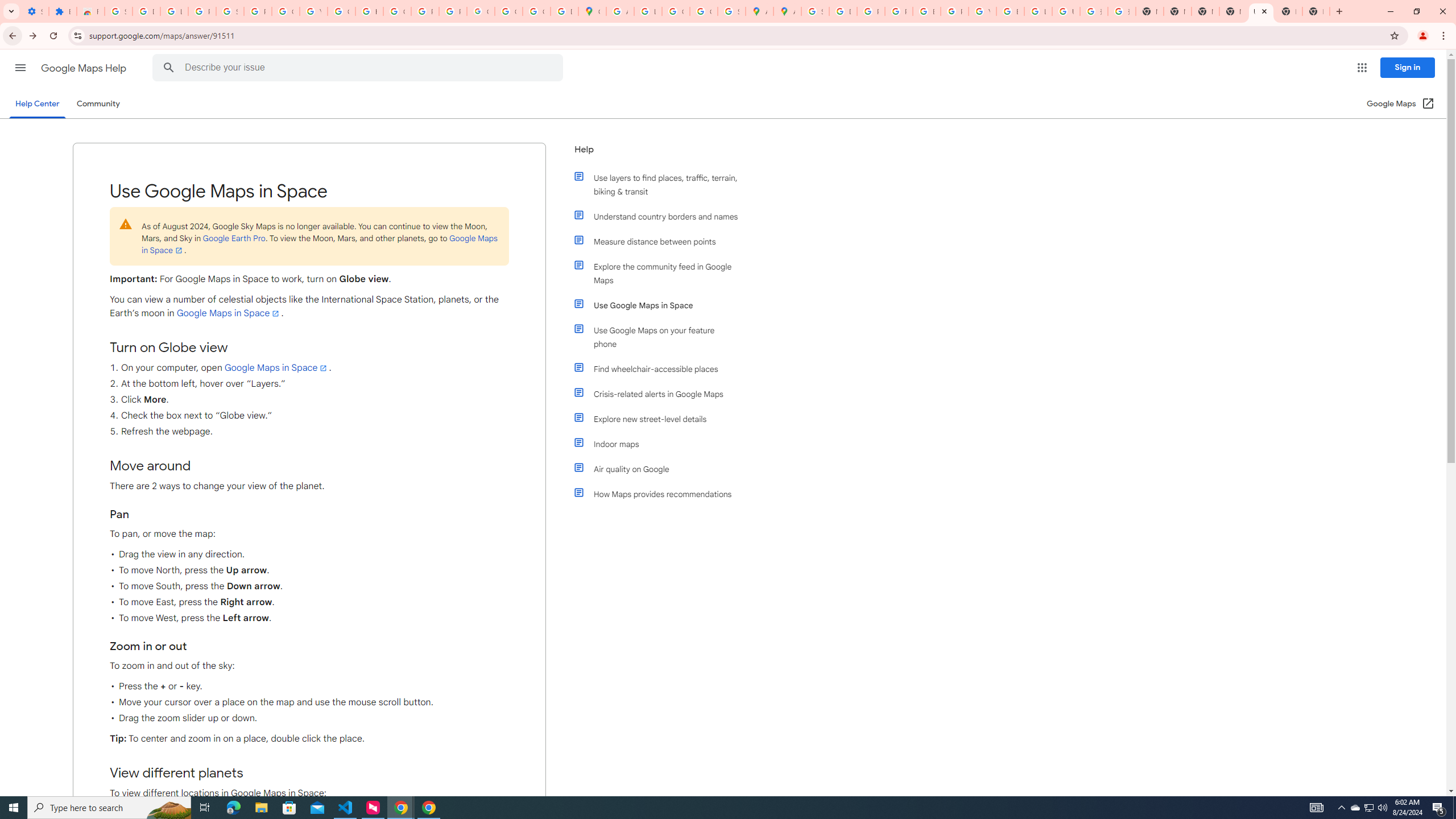 The height and width of the screenshot is (819, 1456). Describe the element at coordinates (1400, 103) in the screenshot. I see `'Google Maps (Open in a new window)'` at that location.